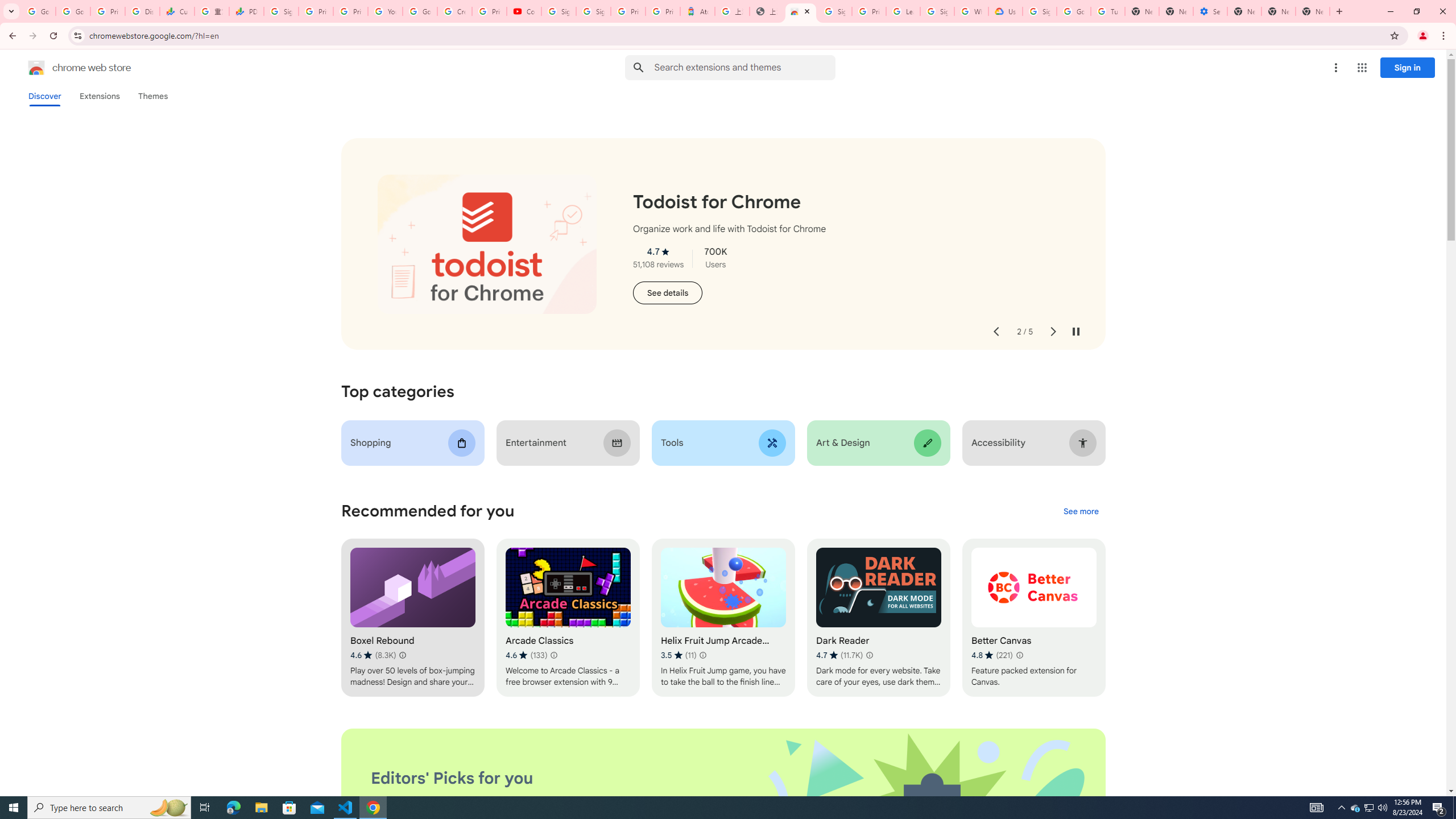 Image resolution: width=1456 pixels, height=819 pixels. Describe the element at coordinates (992, 655) in the screenshot. I see `'Average rating 4.8 out of 5 stars. 221 ratings.'` at that location.